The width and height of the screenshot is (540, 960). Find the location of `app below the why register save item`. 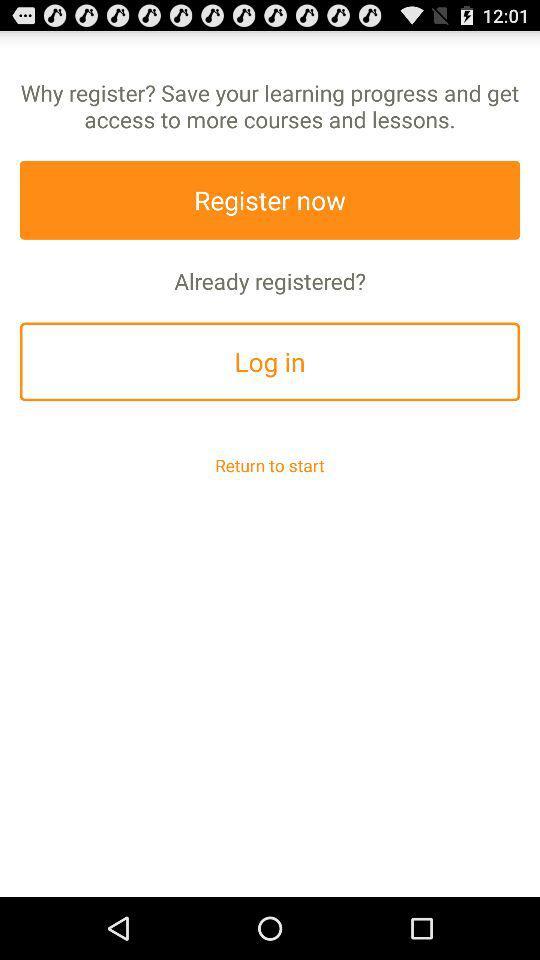

app below the why register save item is located at coordinates (270, 200).